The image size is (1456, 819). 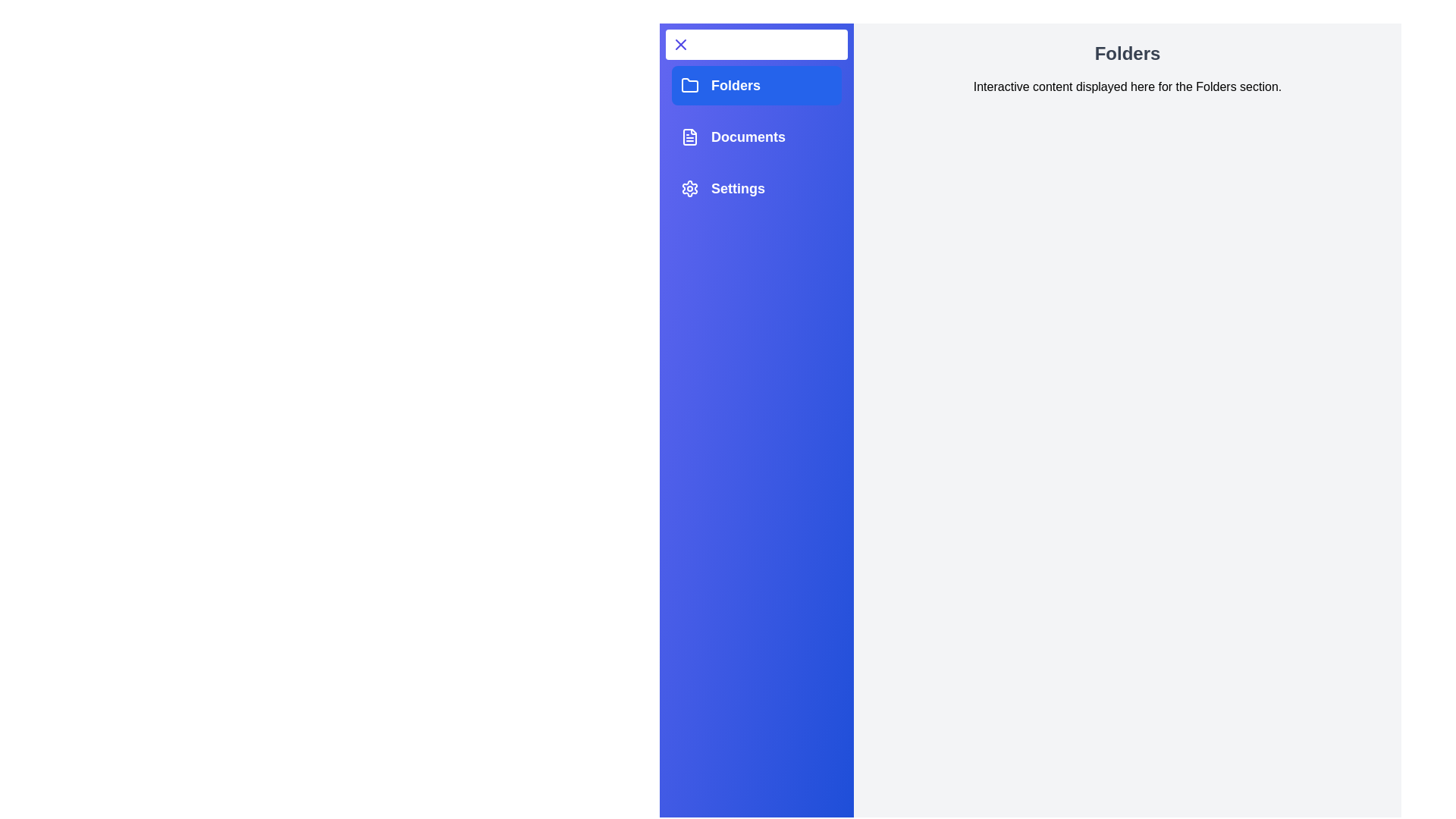 What do you see at coordinates (757, 85) in the screenshot?
I see `the Folders tab to observe its hover effect` at bounding box center [757, 85].